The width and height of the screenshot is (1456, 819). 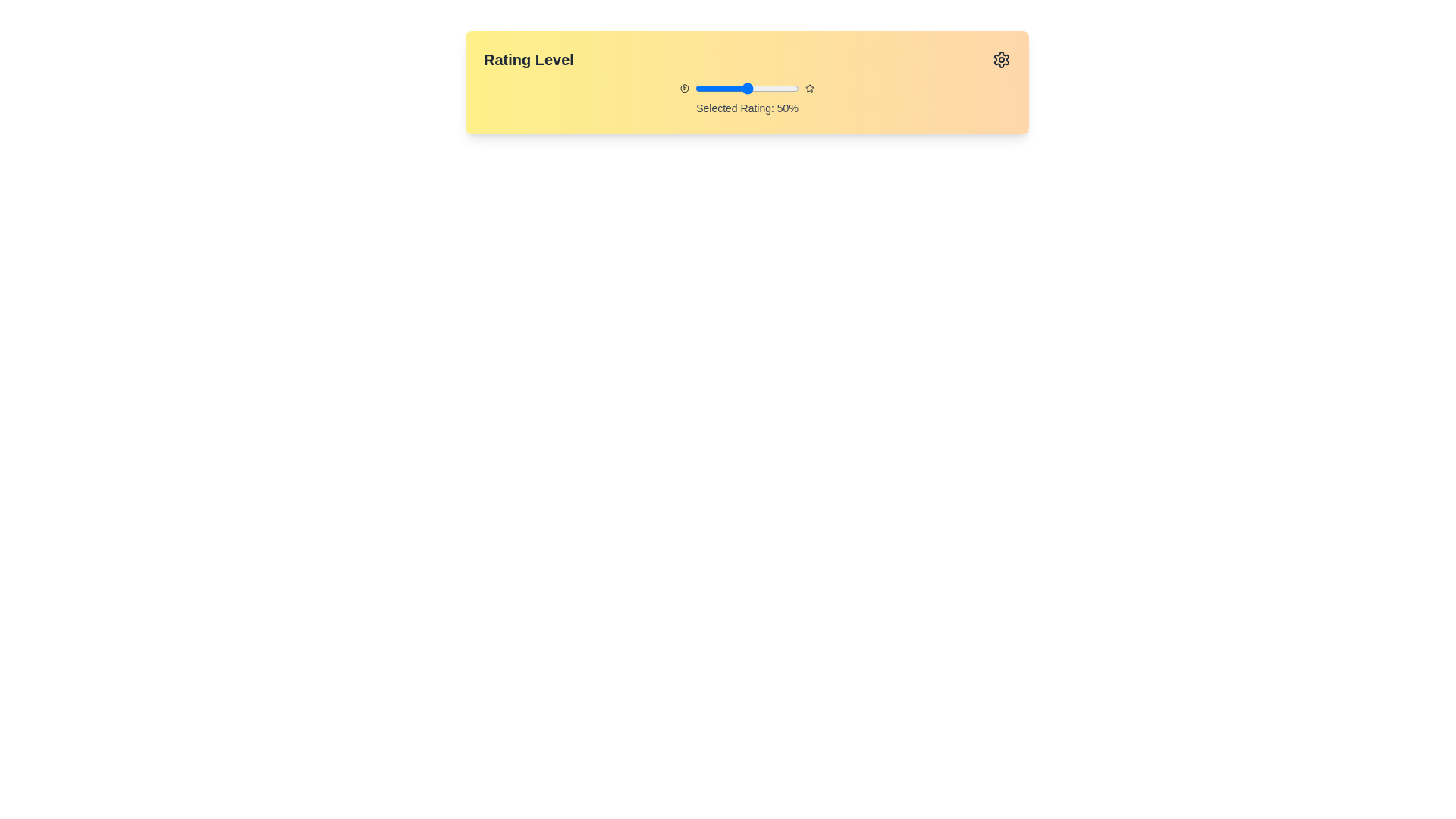 What do you see at coordinates (1001, 58) in the screenshot?
I see `the gear icon in the top-right corner of the interface` at bounding box center [1001, 58].